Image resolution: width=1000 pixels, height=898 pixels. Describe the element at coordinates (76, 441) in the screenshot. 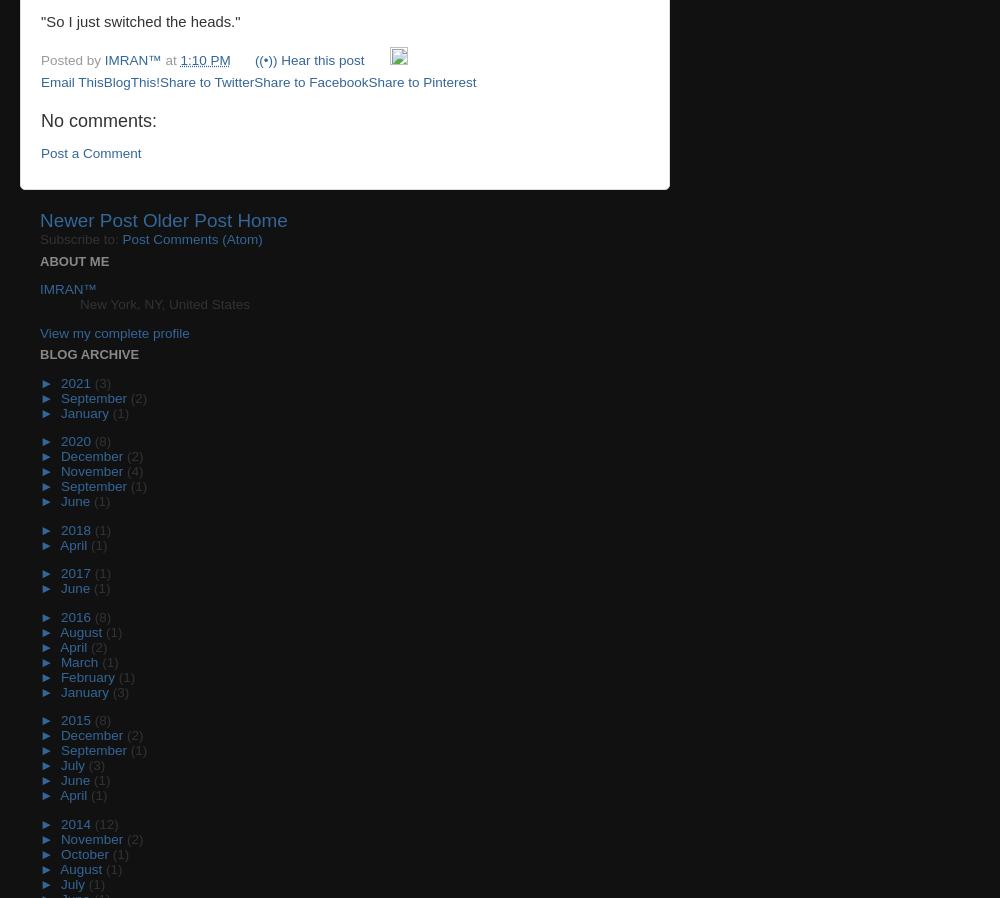

I see `'2020'` at that location.